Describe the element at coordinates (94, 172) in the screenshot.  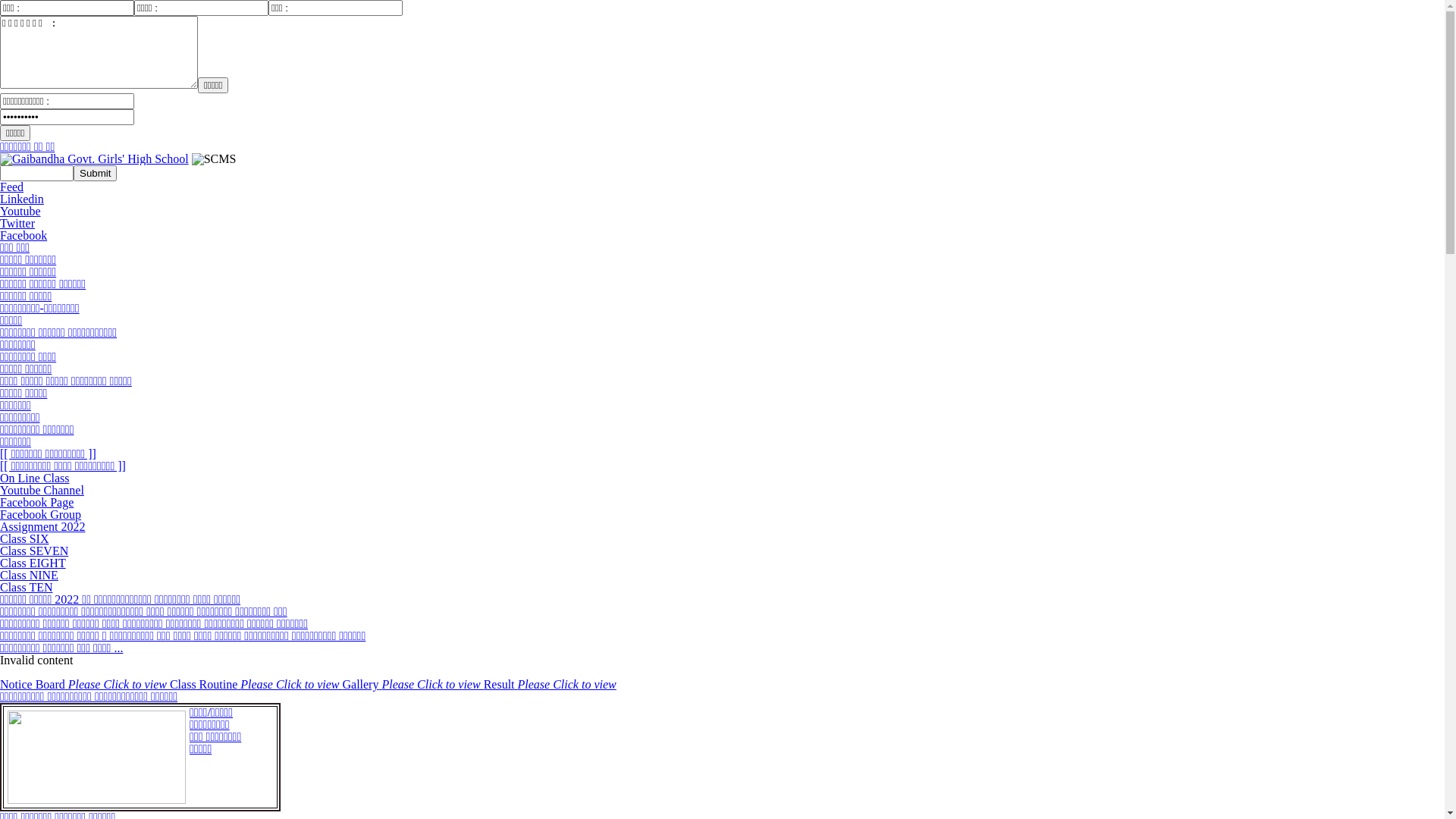
I see `'Submit'` at that location.